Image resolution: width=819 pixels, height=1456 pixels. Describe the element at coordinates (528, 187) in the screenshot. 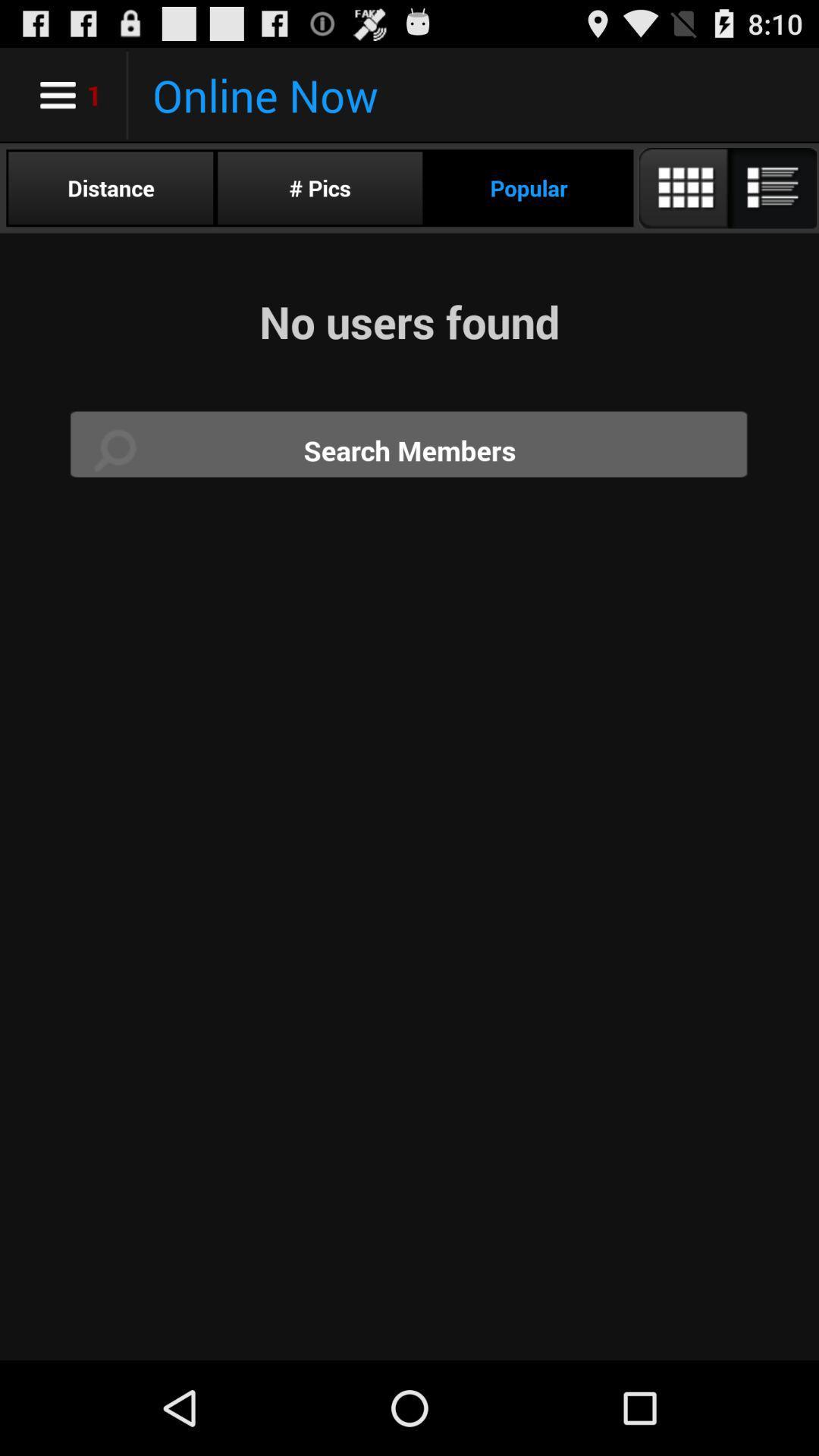

I see `app below the online now` at that location.